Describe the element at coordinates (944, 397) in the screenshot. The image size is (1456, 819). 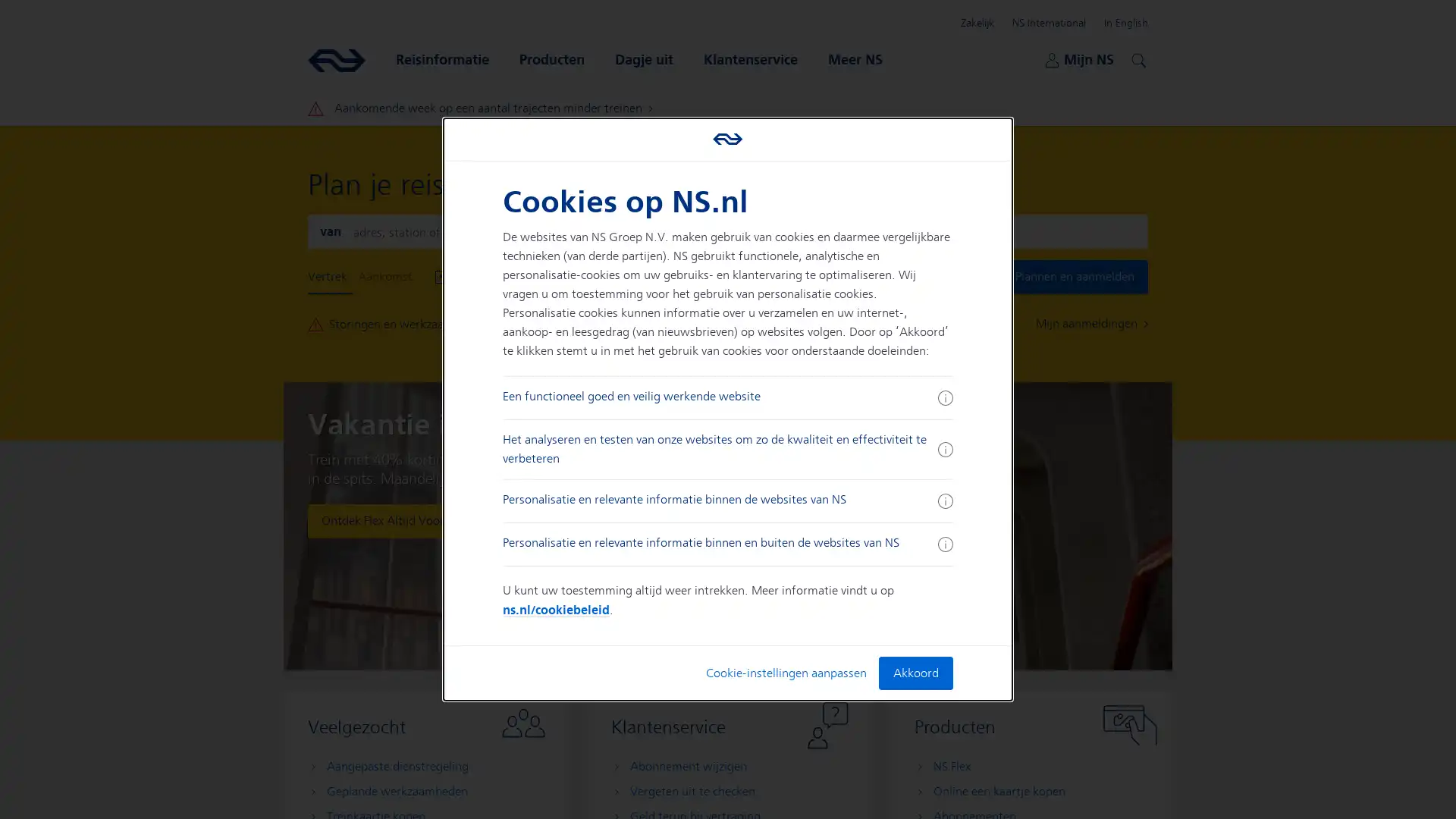
I see `Meer informatie ingeklapt` at that location.